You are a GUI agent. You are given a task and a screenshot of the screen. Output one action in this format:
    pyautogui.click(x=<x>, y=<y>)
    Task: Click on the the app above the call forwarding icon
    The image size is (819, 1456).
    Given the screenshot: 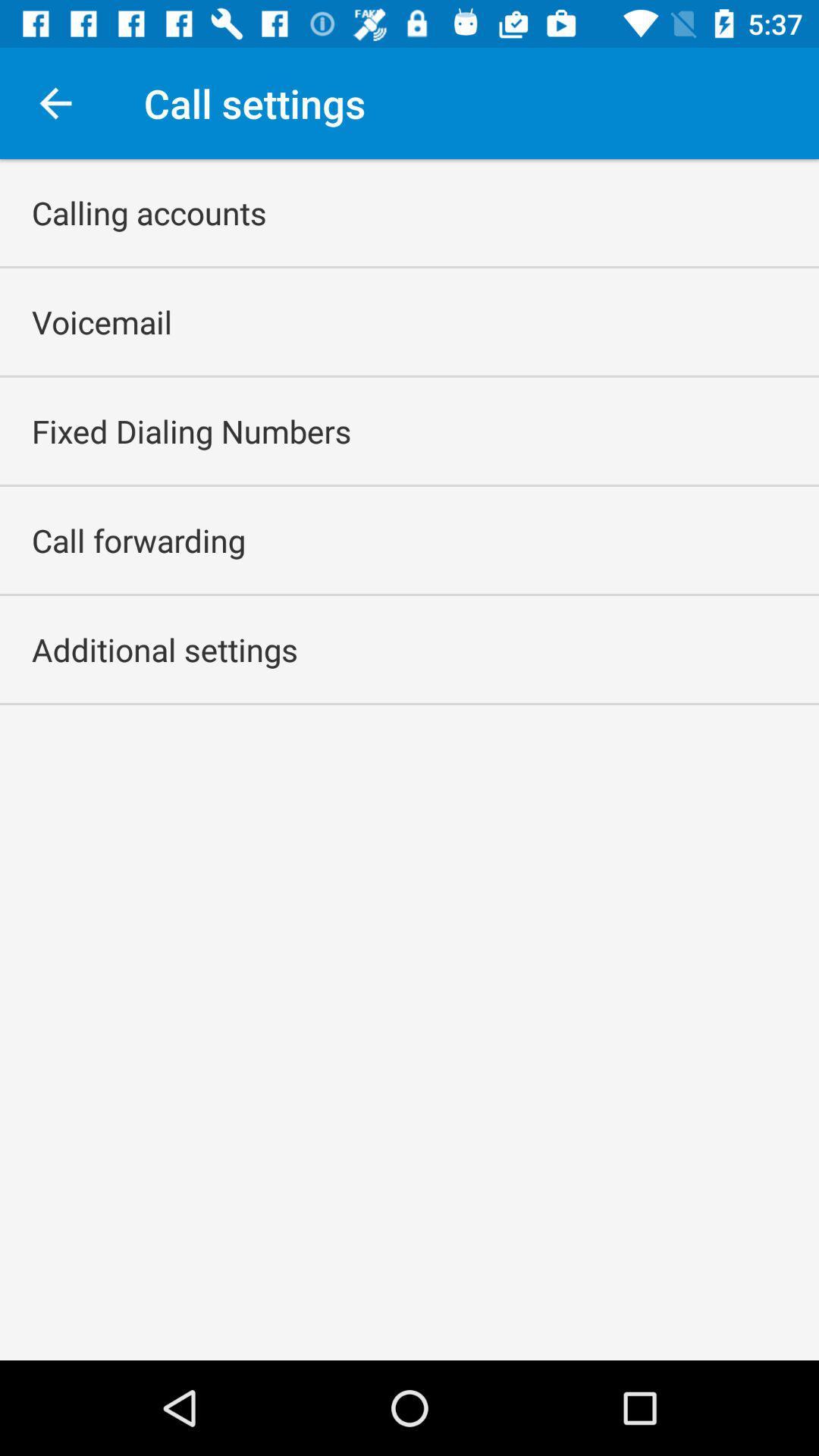 What is the action you would take?
    pyautogui.click(x=190, y=430)
    